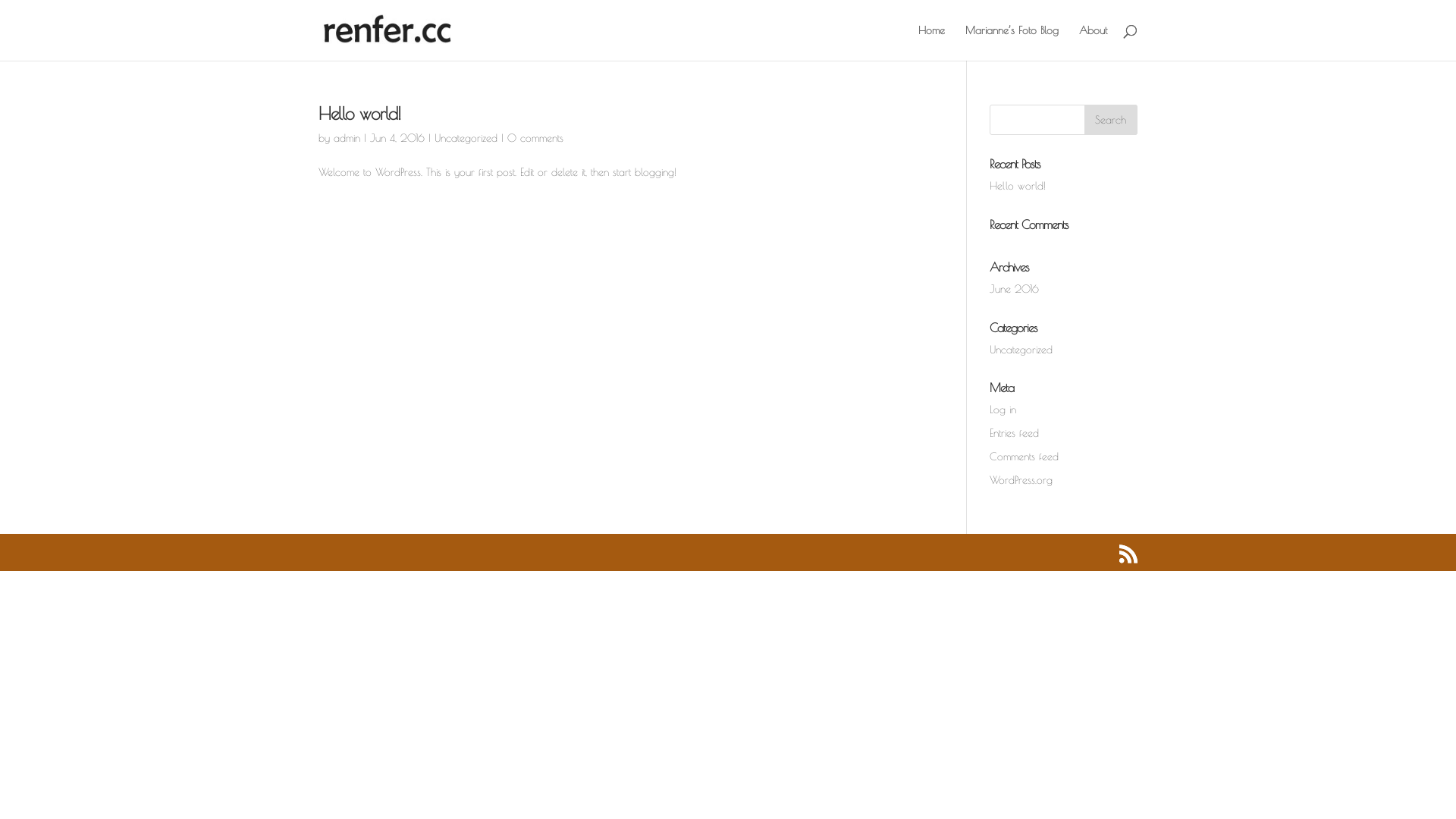 Image resolution: width=1456 pixels, height=819 pixels. What do you see at coordinates (333, 137) in the screenshot?
I see `'admin'` at bounding box center [333, 137].